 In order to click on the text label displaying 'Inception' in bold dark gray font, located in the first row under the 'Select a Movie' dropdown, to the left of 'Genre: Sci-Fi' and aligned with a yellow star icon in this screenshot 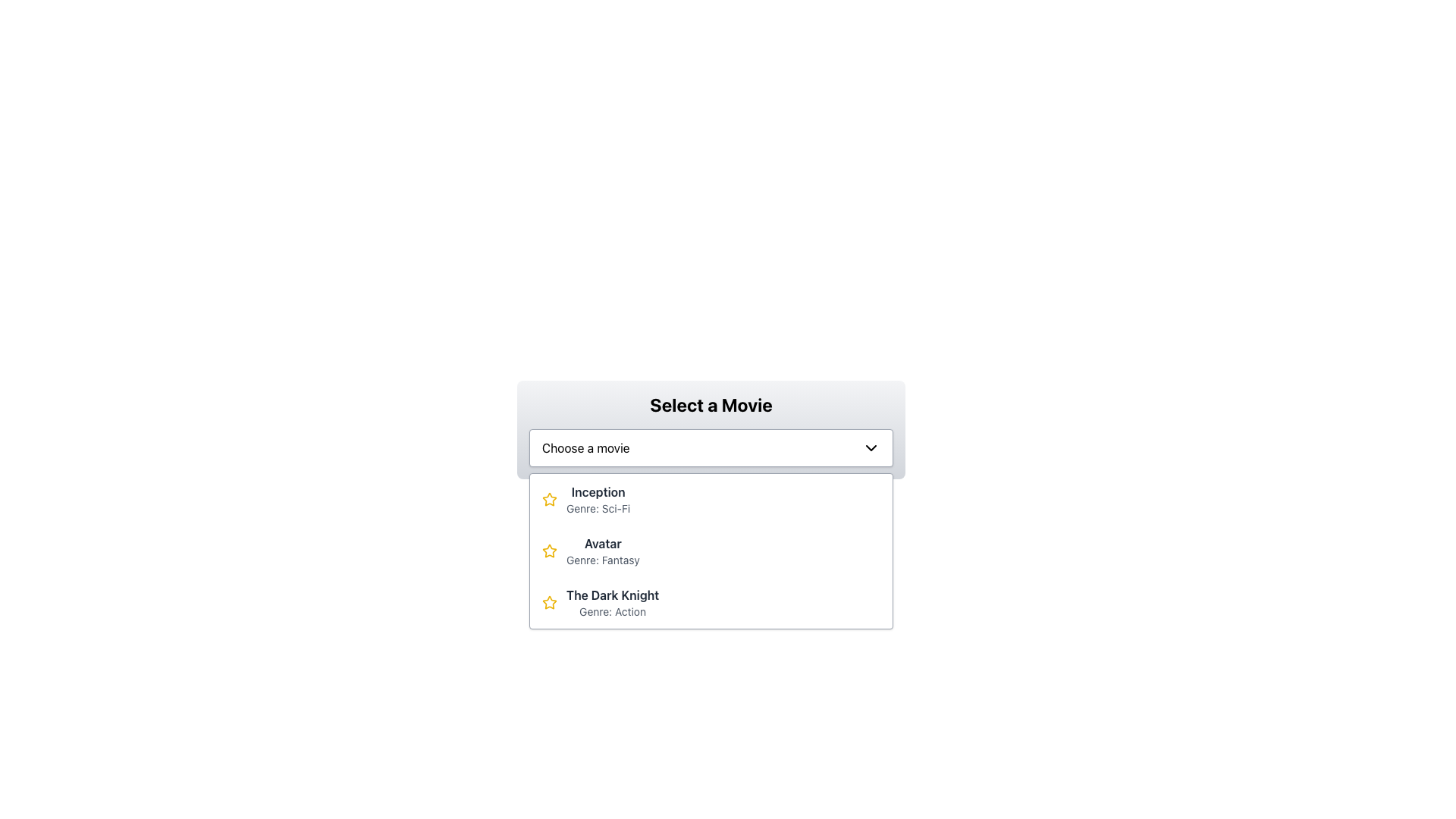, I will do `click(598, 491)`.